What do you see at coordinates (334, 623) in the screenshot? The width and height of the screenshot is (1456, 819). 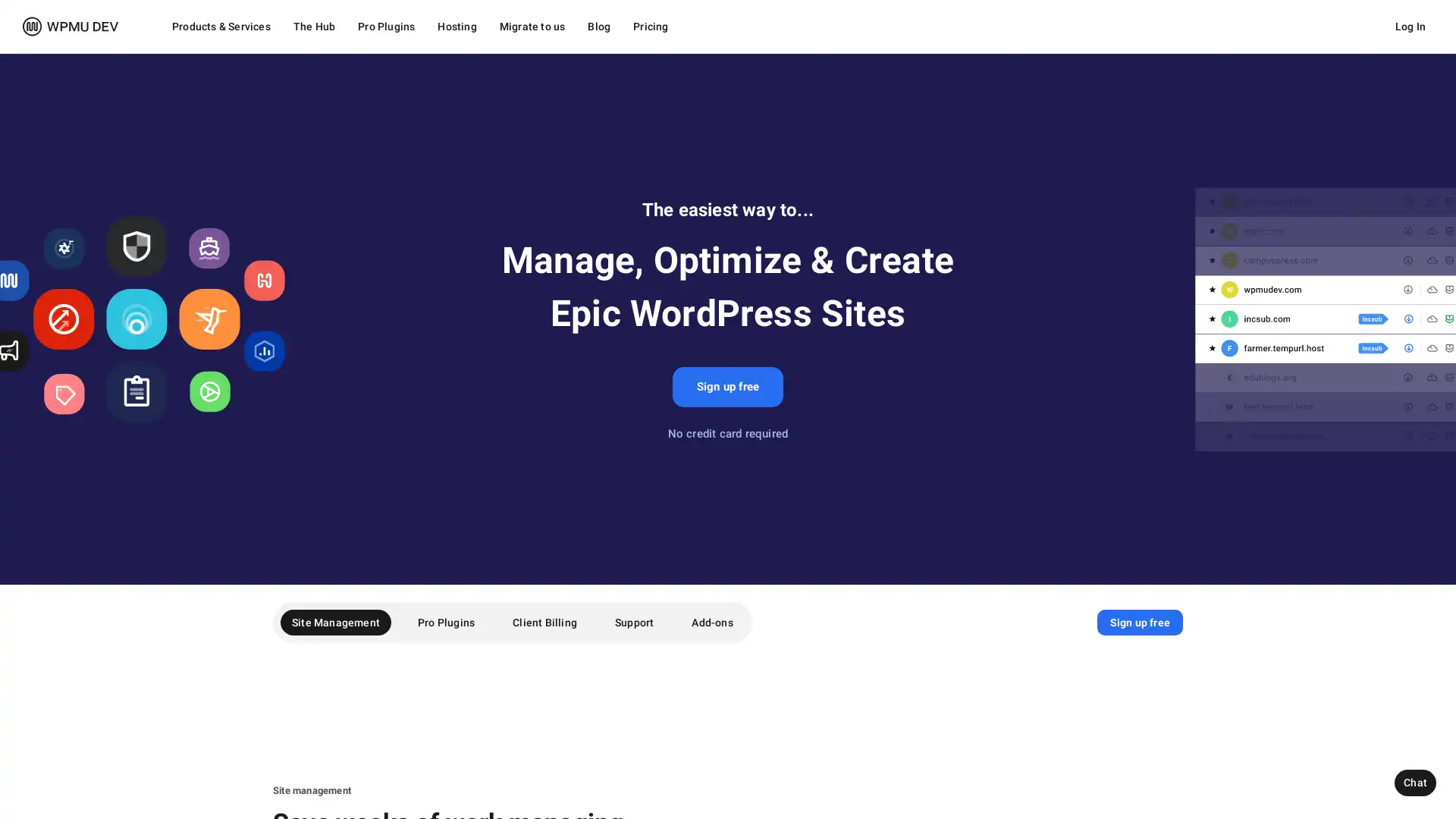 I see `Site Management` at bounding box center [334, 623].